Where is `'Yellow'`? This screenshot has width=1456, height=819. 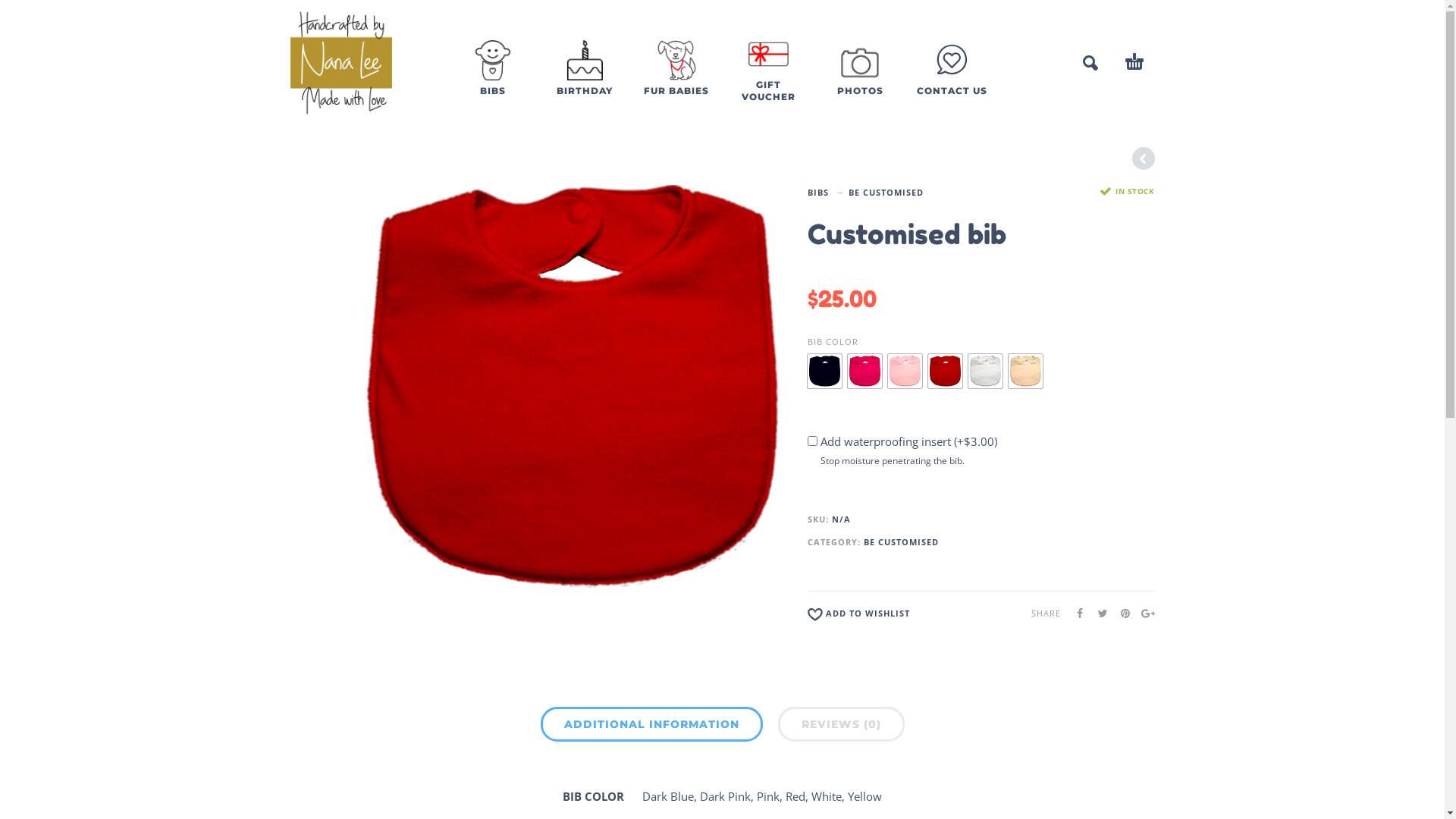
'Yellow' is located at coordinates (1025, 371).